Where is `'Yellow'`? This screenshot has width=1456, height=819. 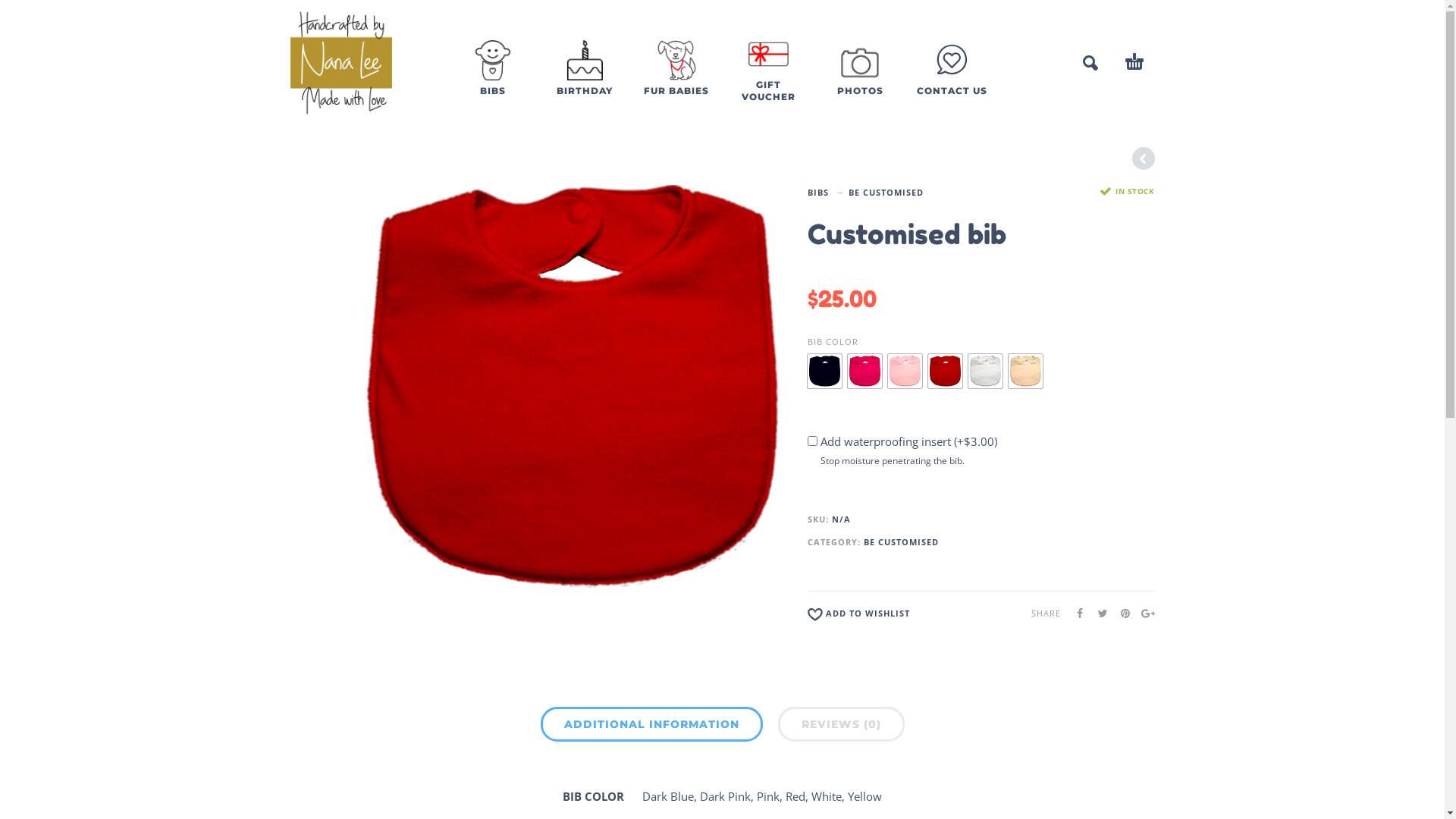
'Yellow' is located at coordinates (1025, 371).